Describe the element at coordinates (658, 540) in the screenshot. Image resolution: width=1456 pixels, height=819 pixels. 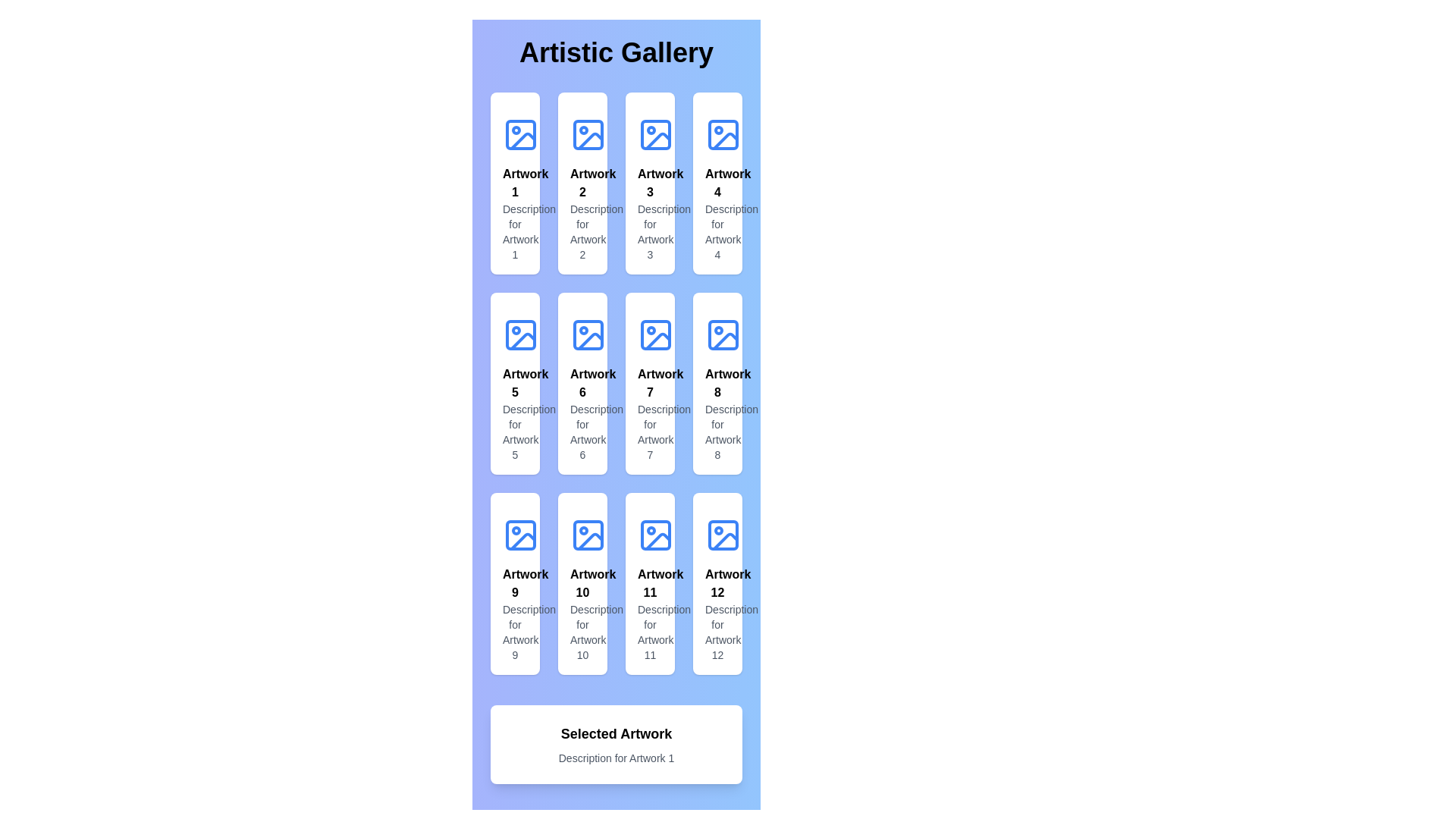
I see `the triangular-shaped picture frame icon with a blue outline located in the eleventh position of the artwork grid` at that location.